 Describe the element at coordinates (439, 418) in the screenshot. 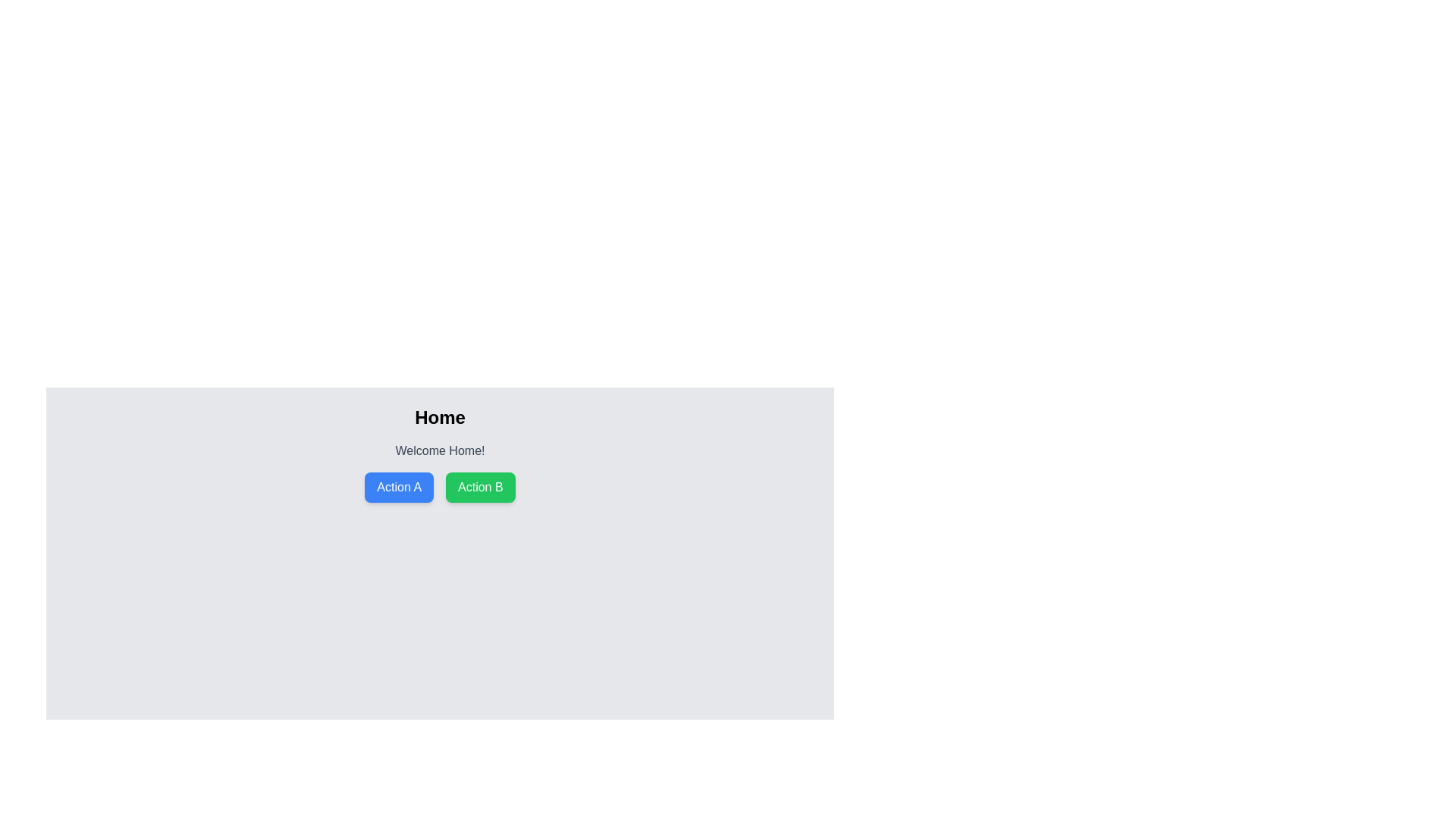

I see `the heading element that serves as a title, located centrally above the 'Welcome Home!' text` at that location.